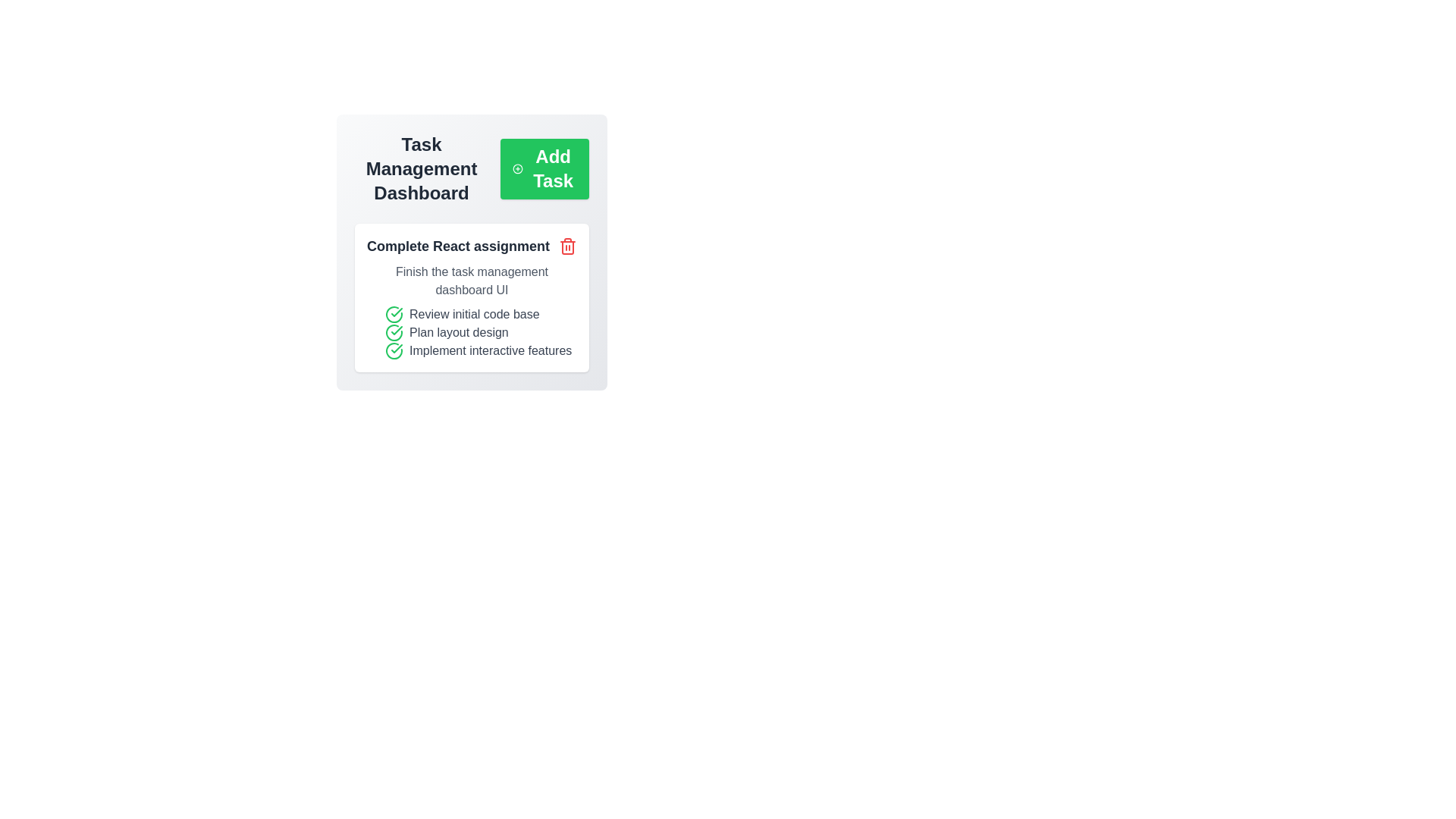 This screenshot has width=1456, height=819. Describe the element at coordinates (471, 281) in the screenshot. I see `the text label containing 'Finish the task management dashboard UI', which is styled in gray and positioned directly beneath the header 'Complete React assignment' within the task card` at that location.